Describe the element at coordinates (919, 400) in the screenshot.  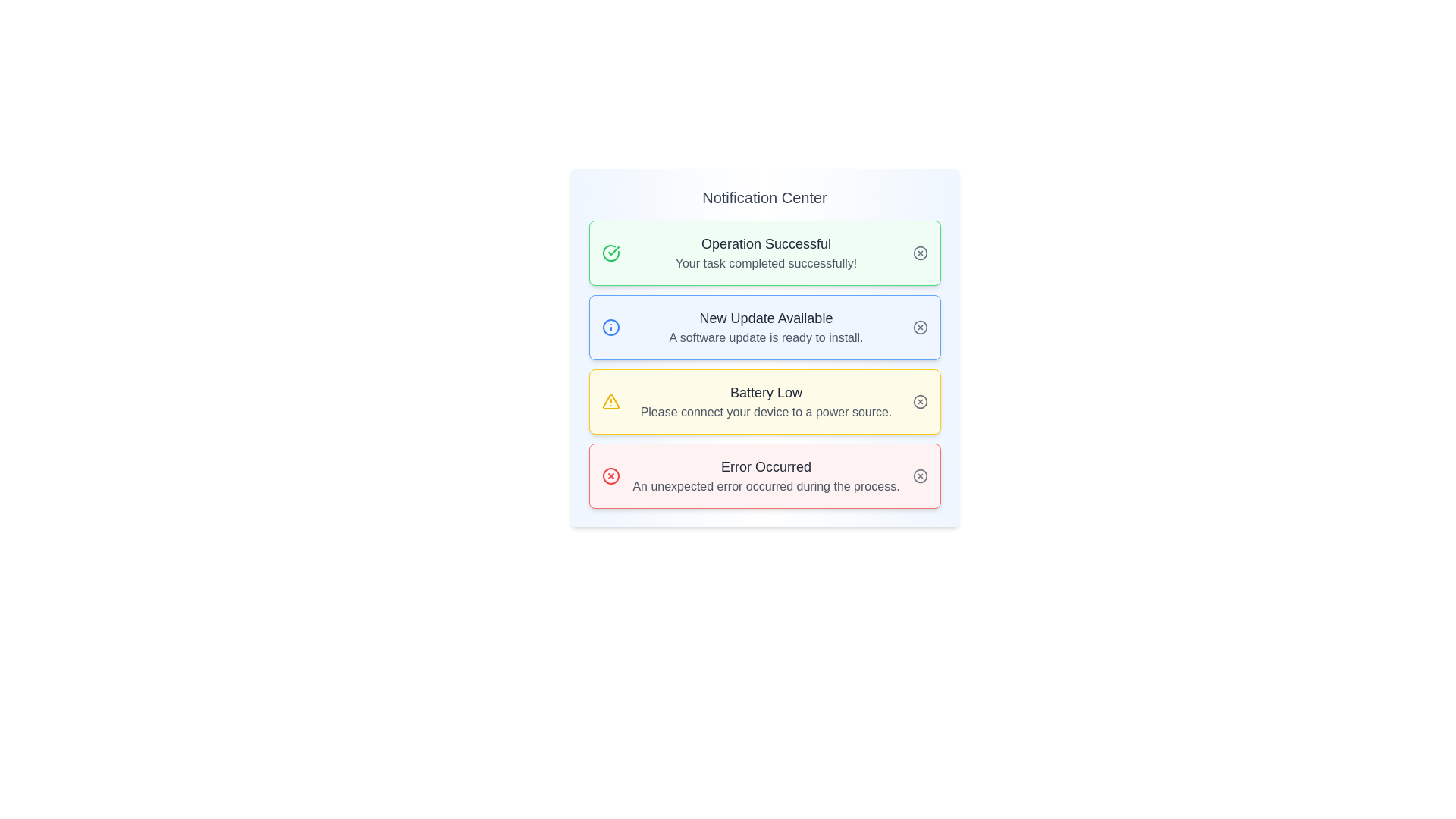
I see `the circular button with a cross symbol in the top-right corner of the 'Battery Low' notification box` at that location.